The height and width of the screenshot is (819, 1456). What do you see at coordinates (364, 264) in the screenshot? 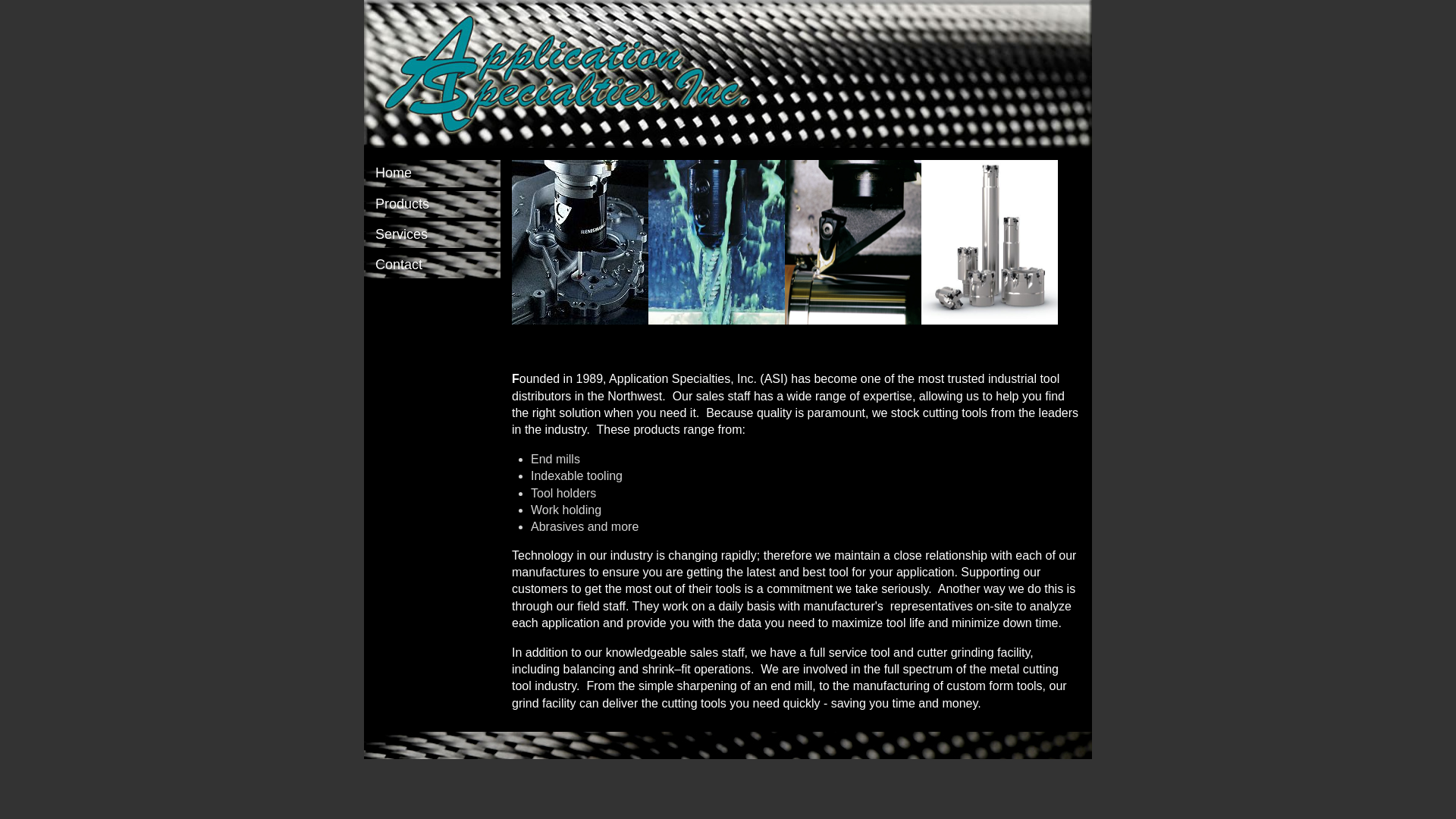
I see `'Contact'` at bounding box center [364, 264].